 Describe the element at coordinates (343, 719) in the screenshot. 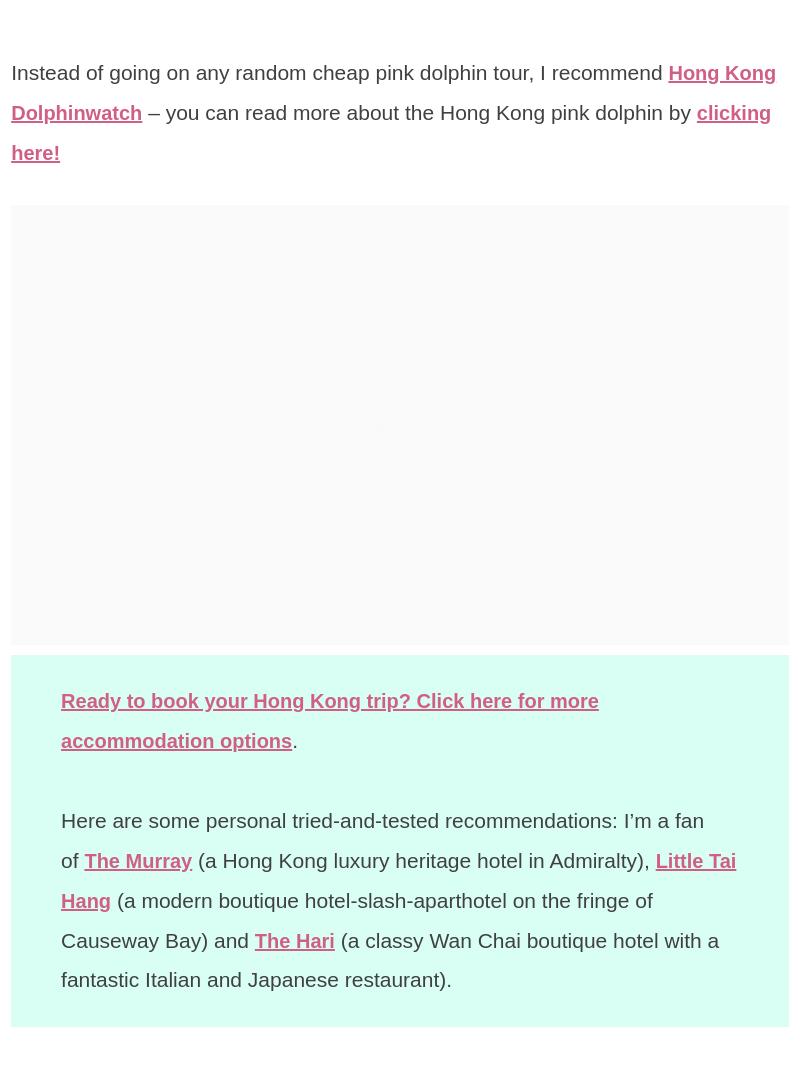

I see `'Ready to book your Hong Kong trip? Click here for more accommodation options'` at that location.